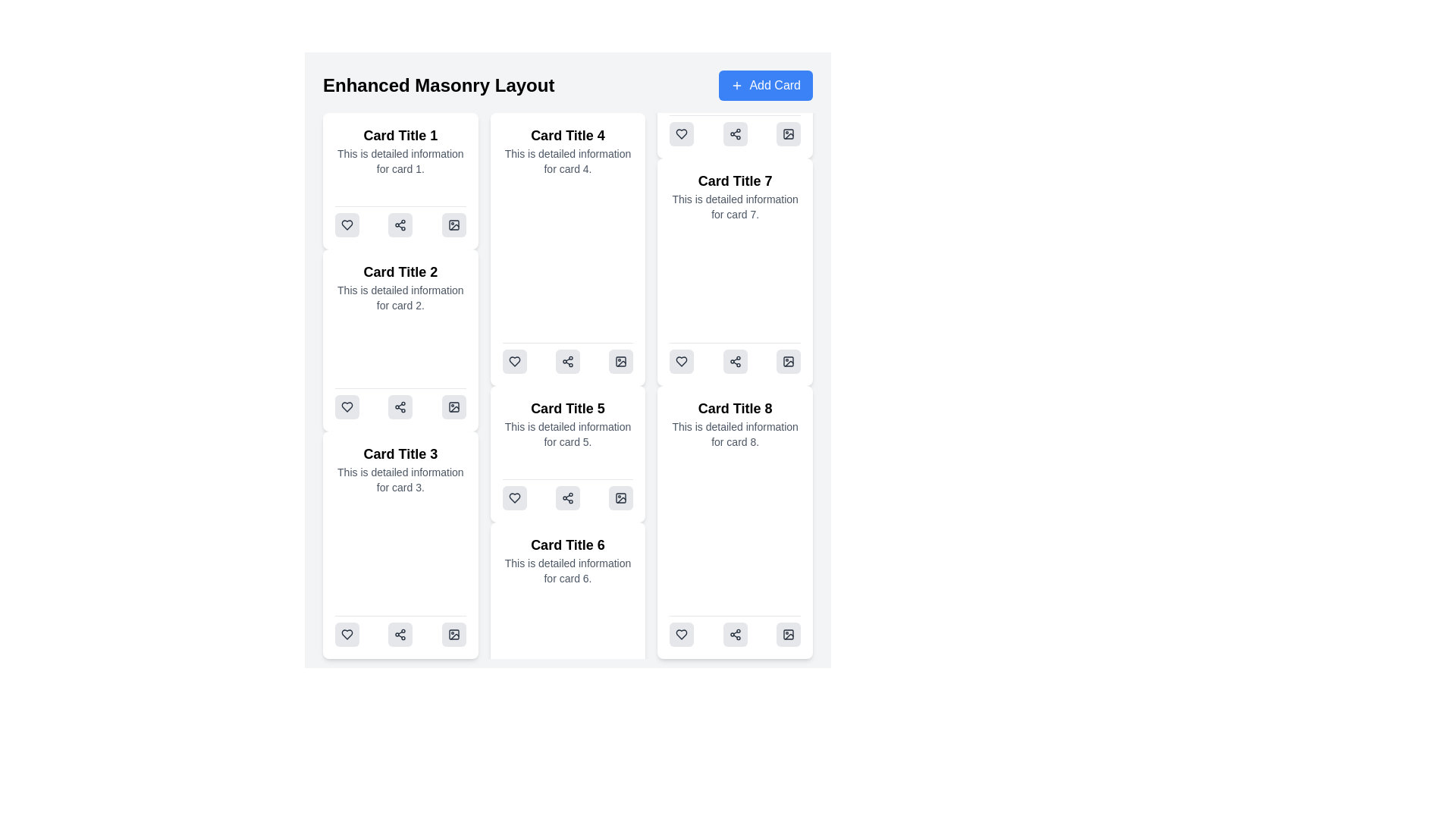  What do you see at coordinates (346, 406) in the screenshot?
I see `the heart icon button, which is the first button in the row at the bottom of 'Card Title 2'` at bounding box center [346, 406].